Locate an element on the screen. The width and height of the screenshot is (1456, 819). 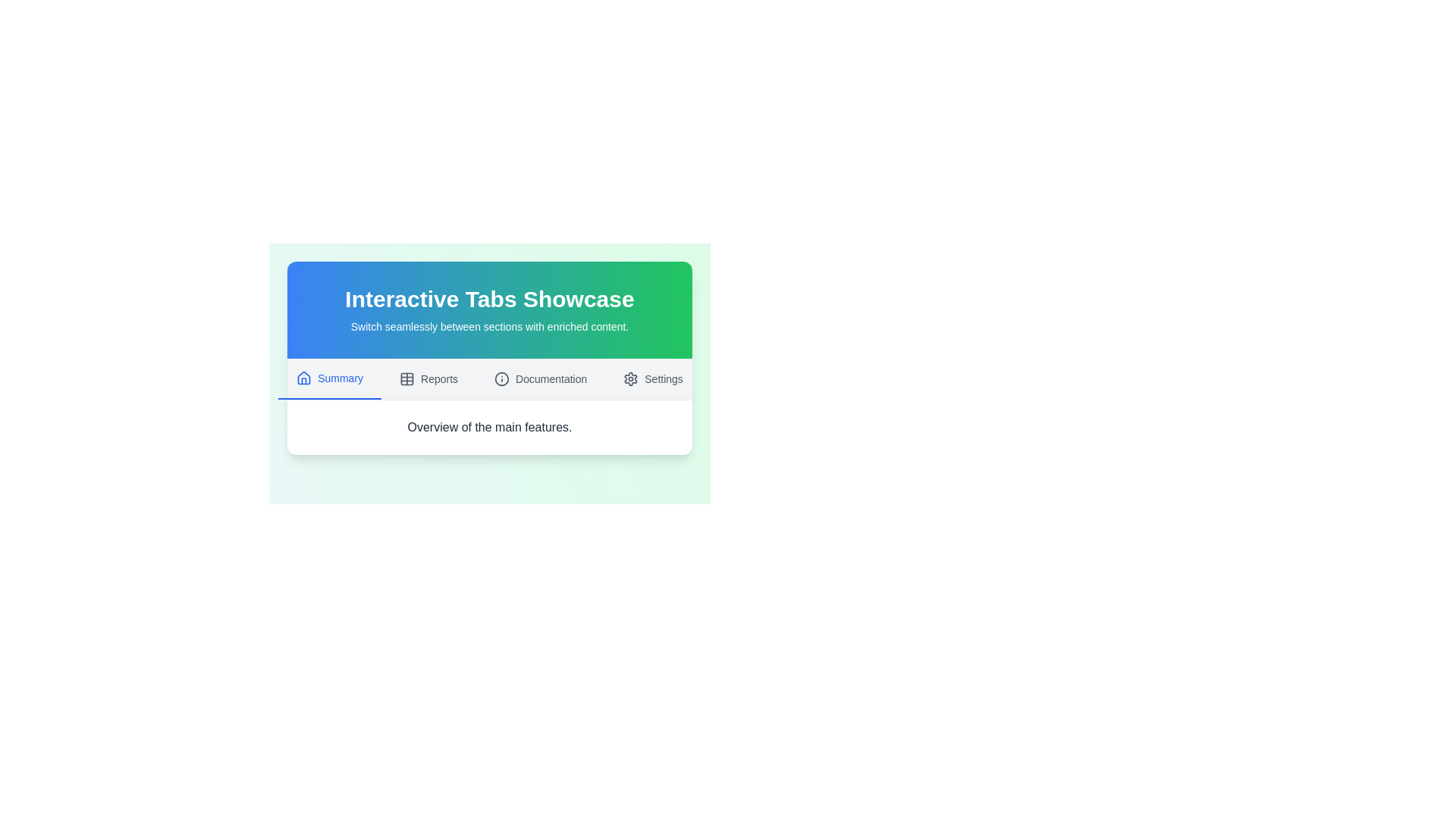
the first navigation tab labeled 'Summary' is located at coordinates (329, 378).